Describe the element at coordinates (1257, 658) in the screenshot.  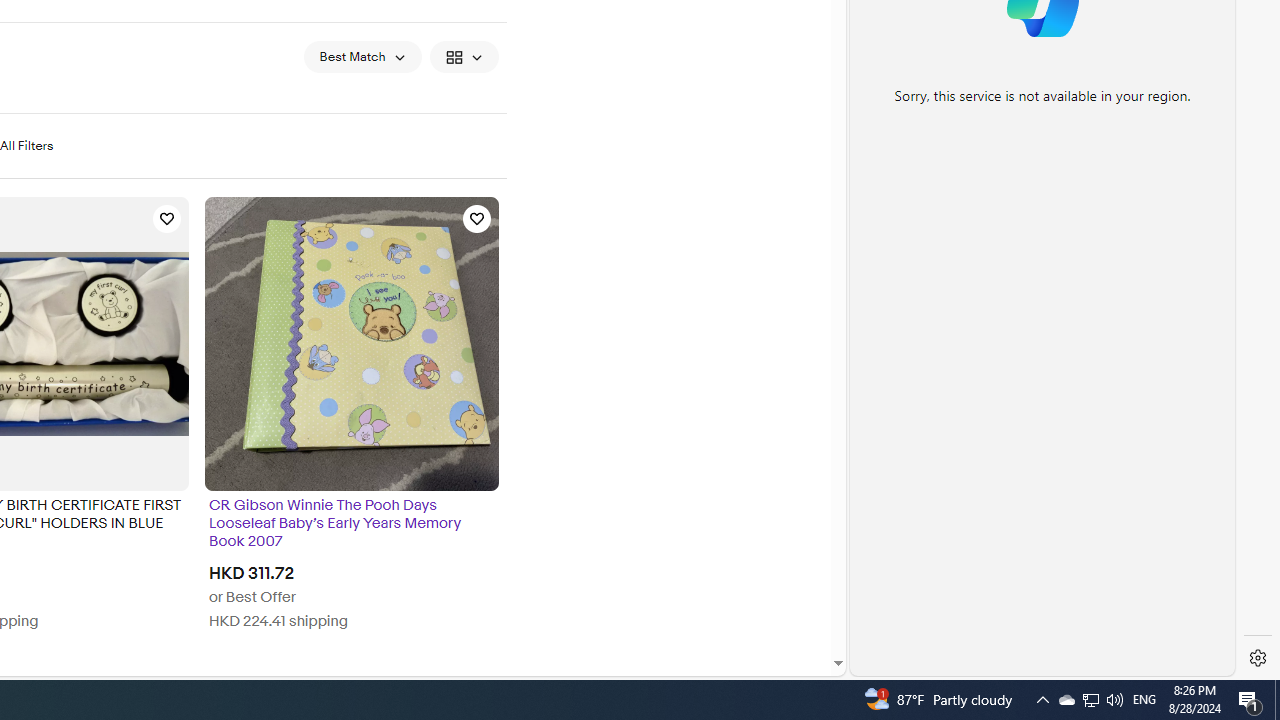
I see `'Settings'` at that location.